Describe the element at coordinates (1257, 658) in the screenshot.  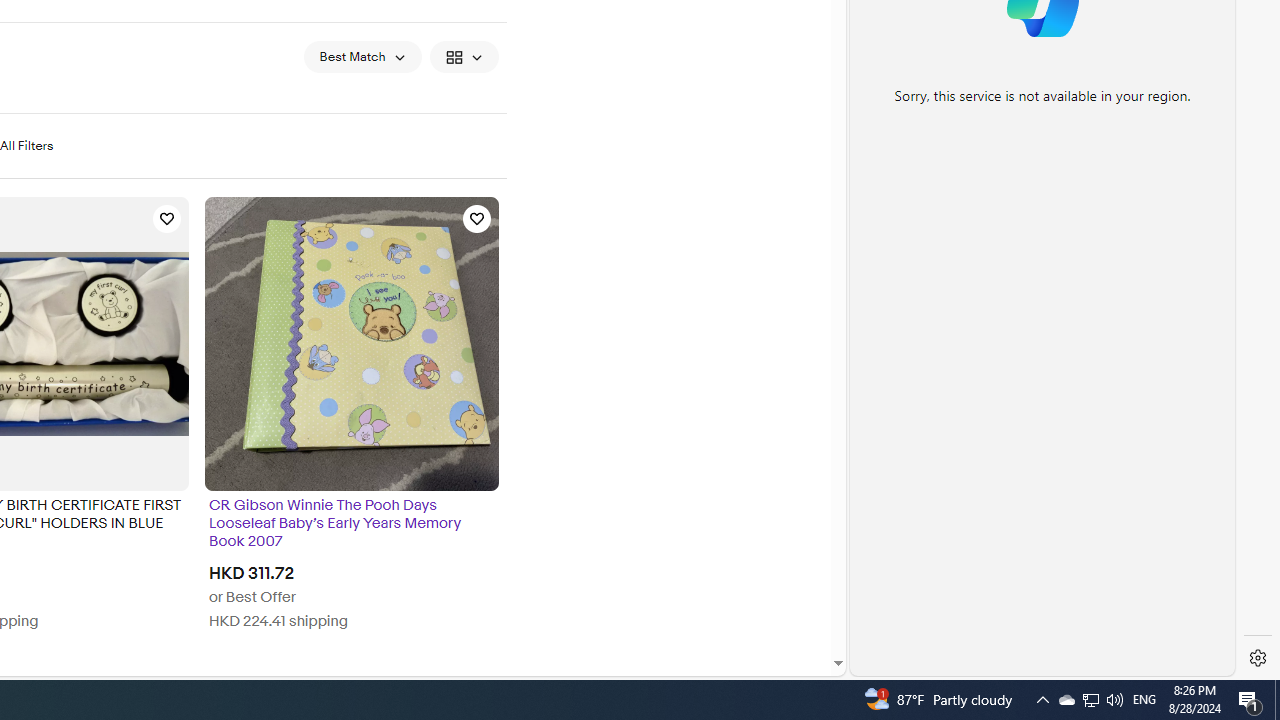
I see `'Settings'` at that location.